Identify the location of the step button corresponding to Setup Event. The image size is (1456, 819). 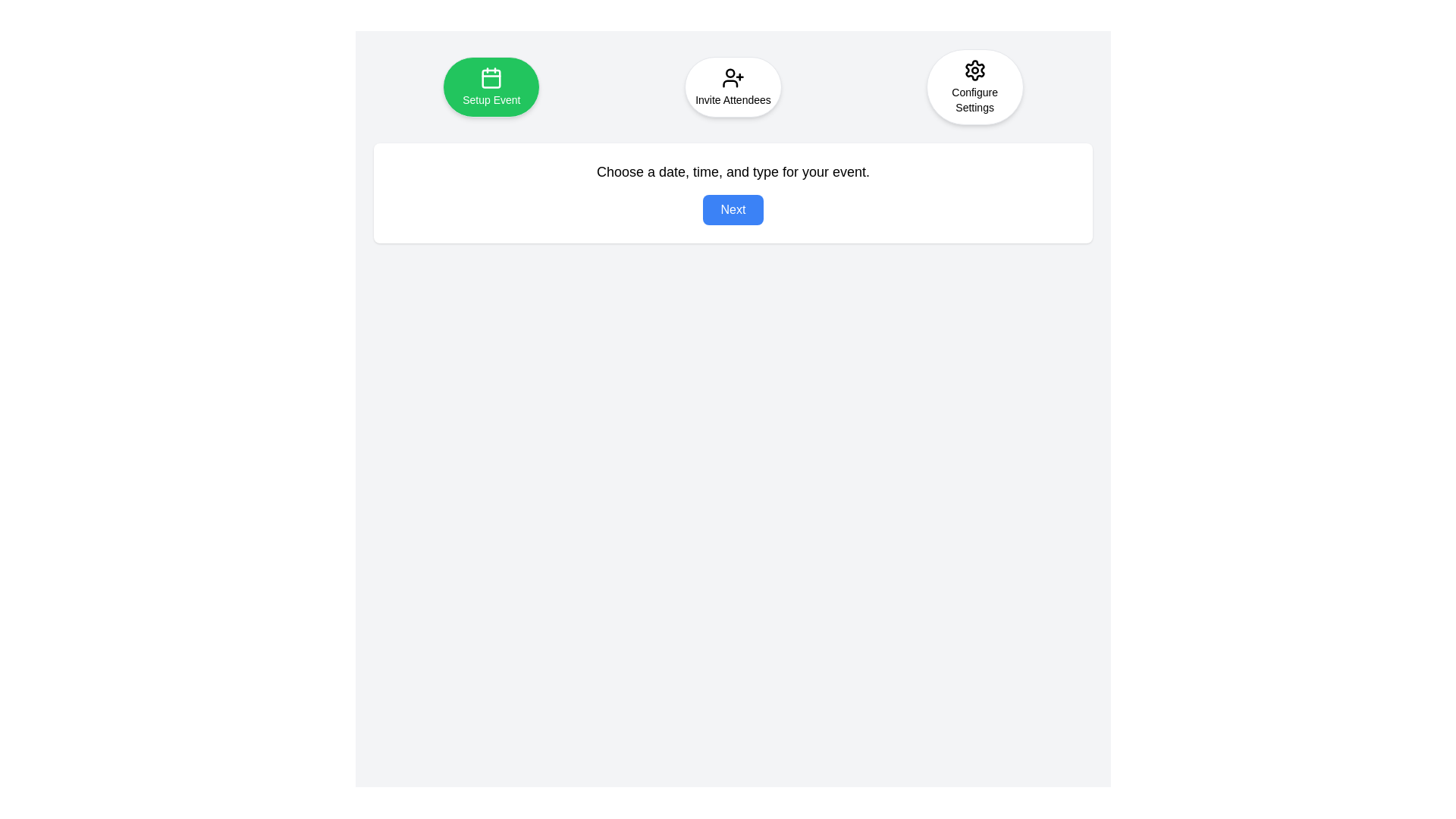
(491, 87).